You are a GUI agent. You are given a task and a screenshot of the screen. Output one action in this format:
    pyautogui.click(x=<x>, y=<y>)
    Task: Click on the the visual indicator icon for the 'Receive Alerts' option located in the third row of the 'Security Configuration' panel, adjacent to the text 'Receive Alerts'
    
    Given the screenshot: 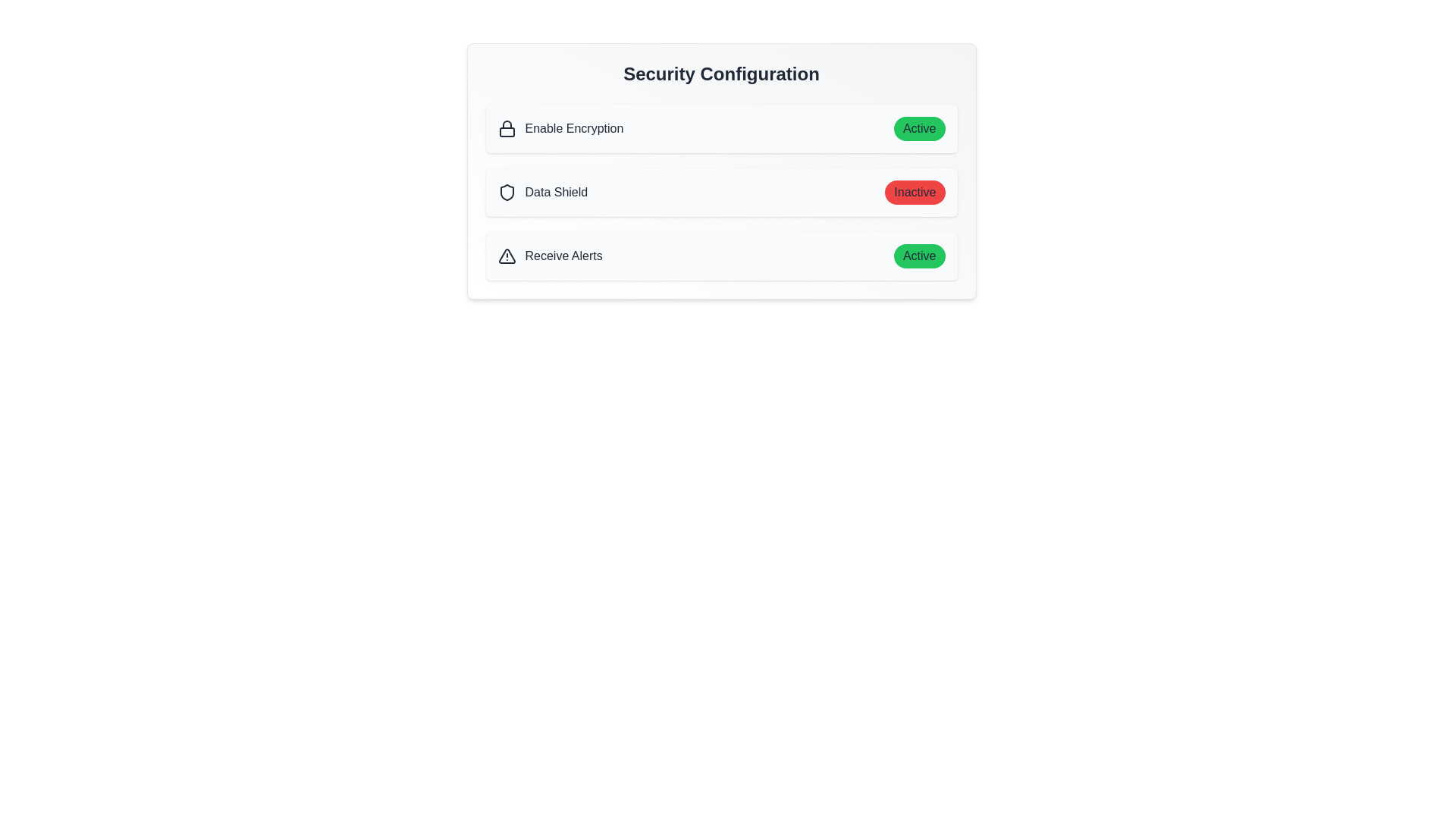 What is the action you would take?
    pyautogui.click(x=507, y=256)
    